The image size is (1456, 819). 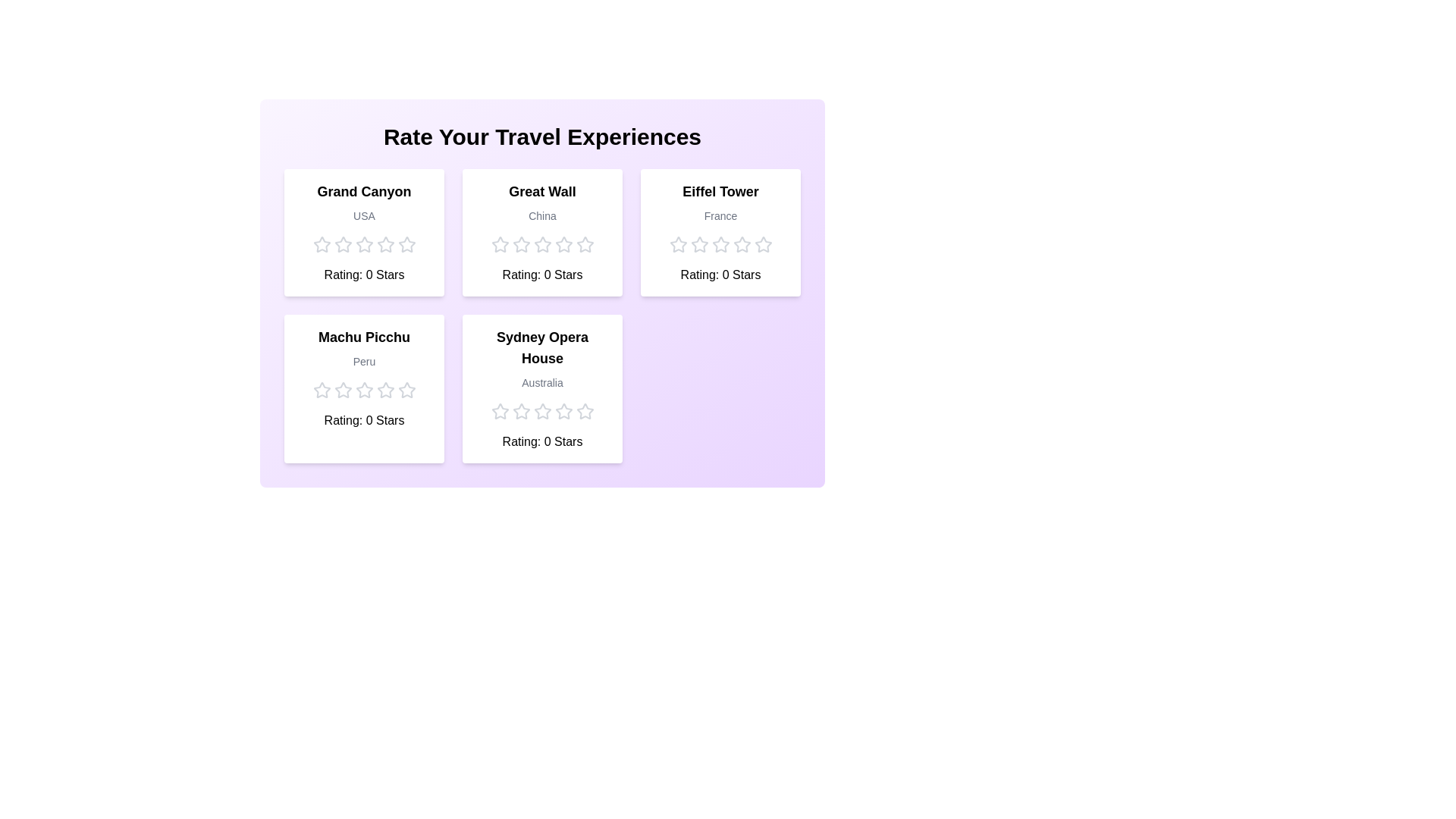 I want to click on the star icon to visualize the rating for 2 stars, so click(x=342, y=244).